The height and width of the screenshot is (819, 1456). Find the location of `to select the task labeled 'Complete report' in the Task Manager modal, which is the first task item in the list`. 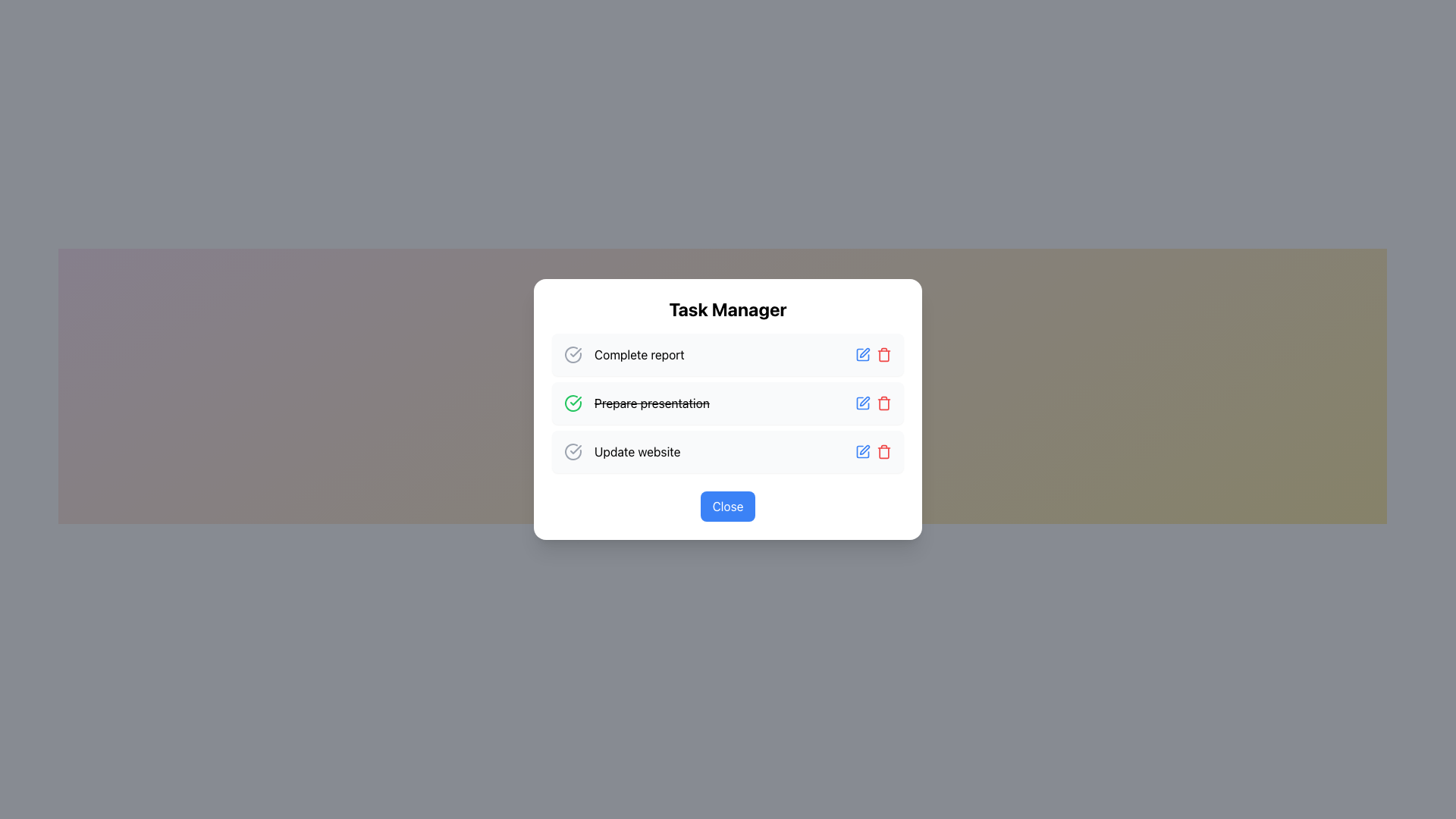

to select the task labeled 'Complete report' in the Task Manager modal, which is the first task item in the list is located at coordinates (624, 354).